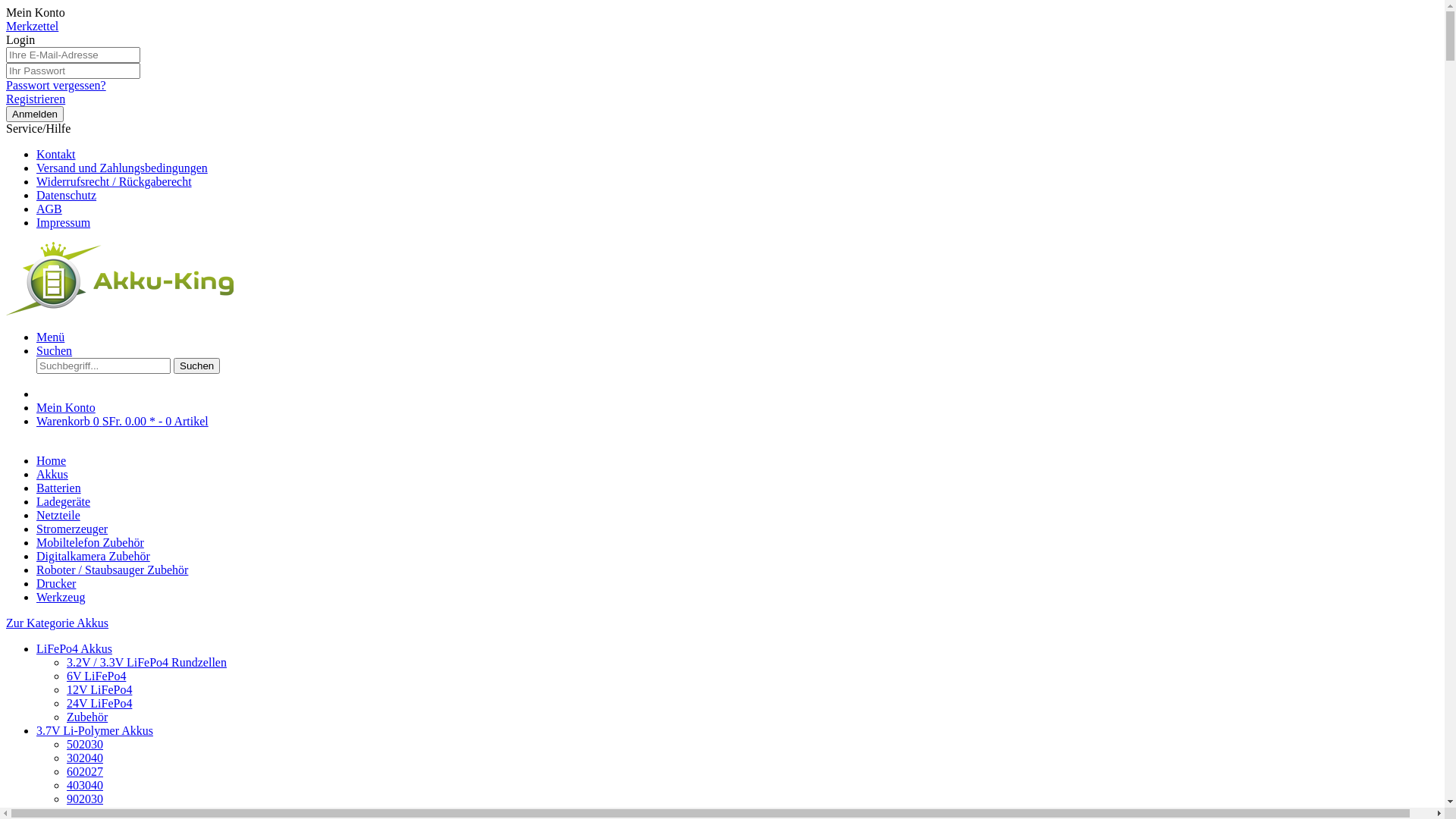  I want to click on 'Werkzeug', so click(61, 596).